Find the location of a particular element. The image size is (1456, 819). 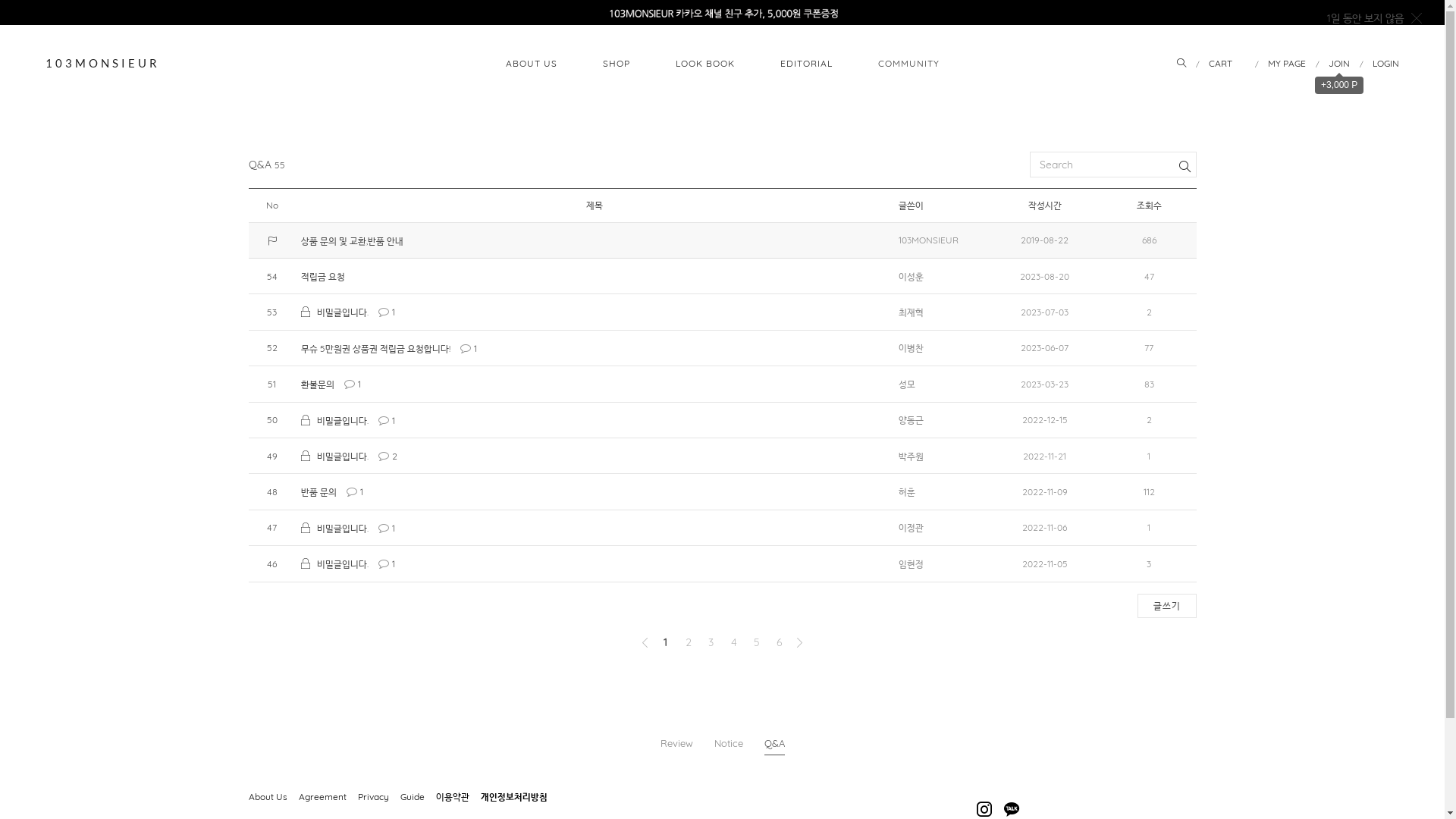

'Previous' is located at coordinates (644, 642).